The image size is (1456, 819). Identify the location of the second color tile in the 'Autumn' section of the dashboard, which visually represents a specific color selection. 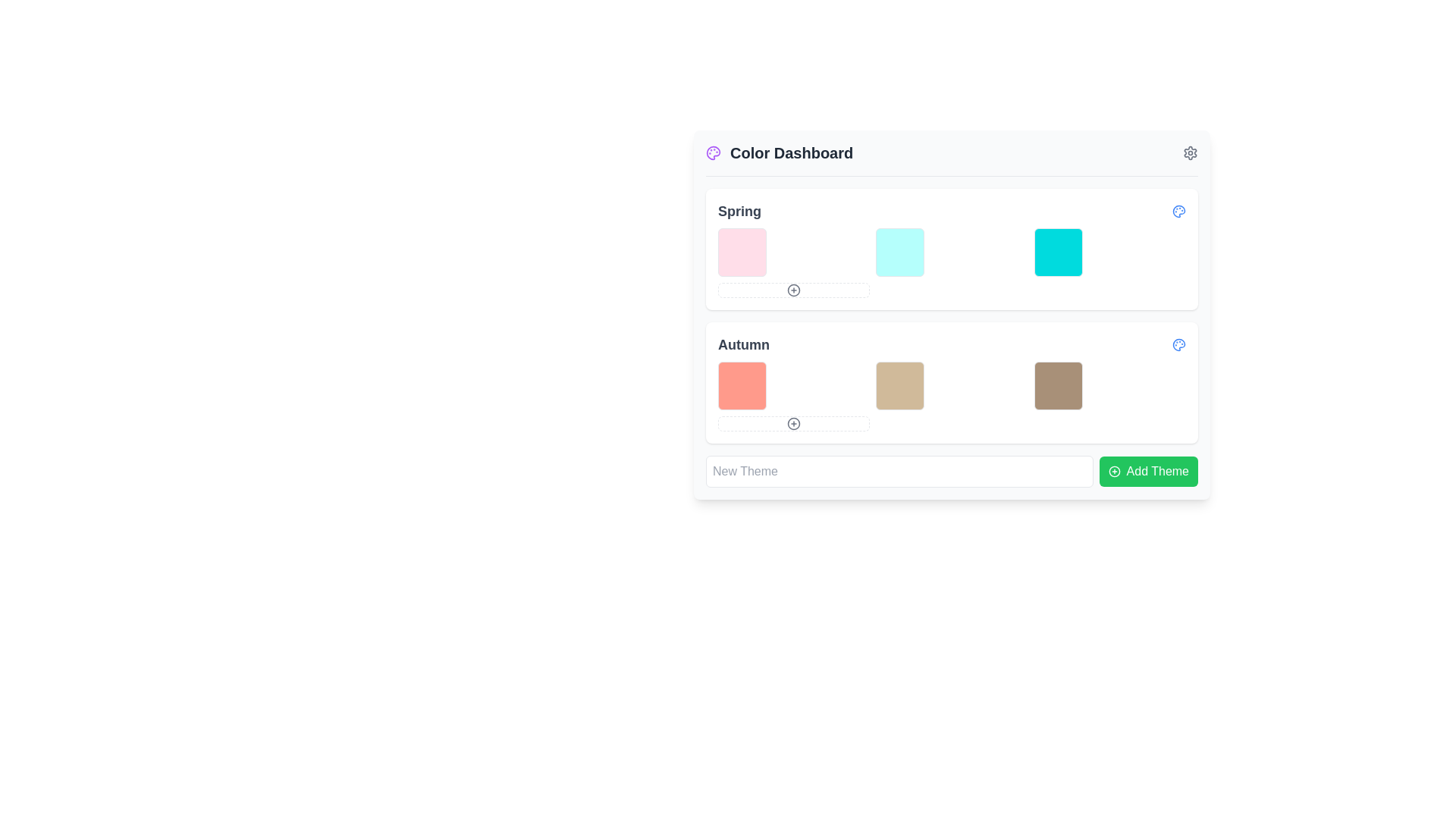
(900, 385).